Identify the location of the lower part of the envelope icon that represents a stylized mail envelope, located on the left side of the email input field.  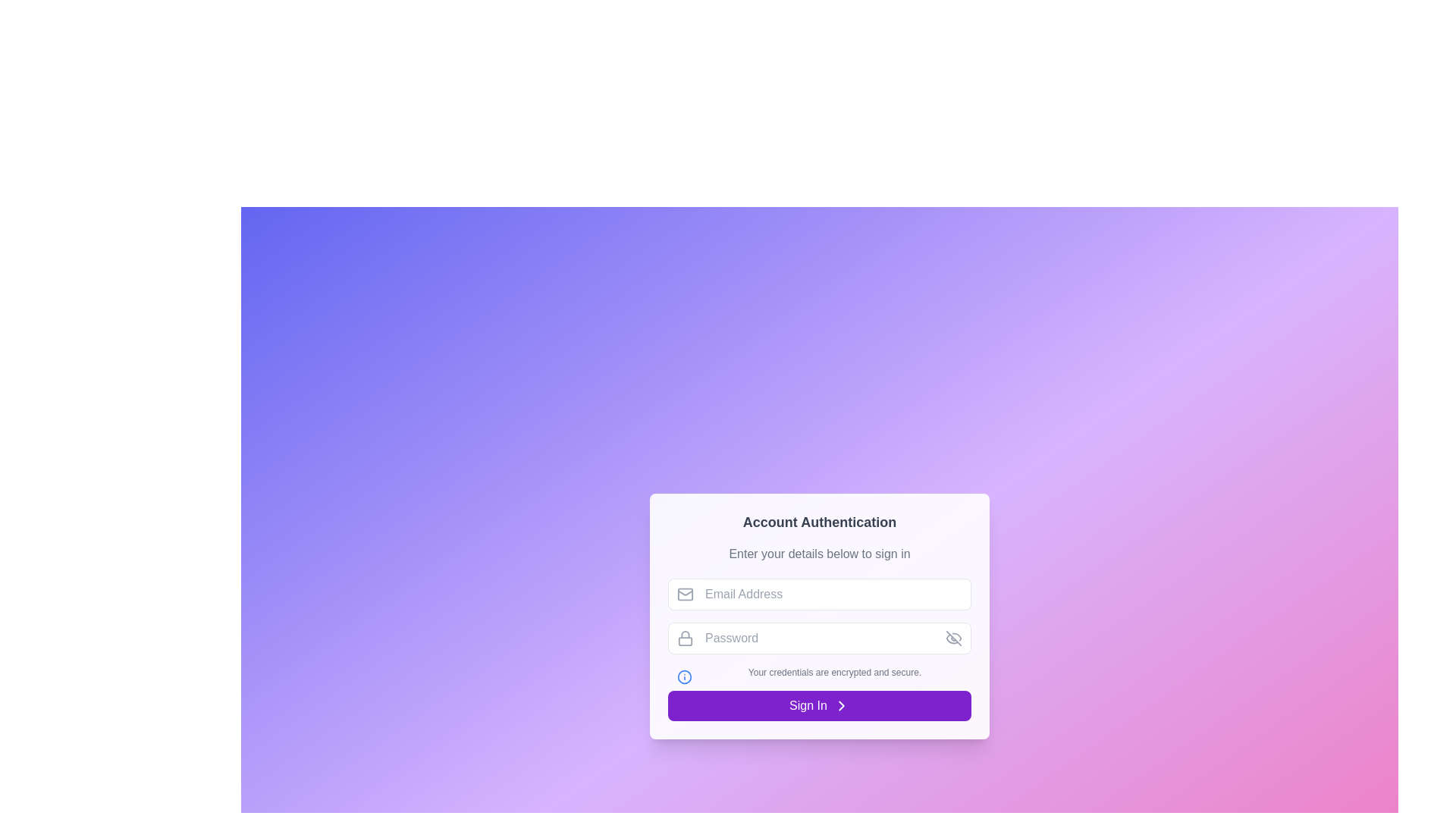
(684, 592).